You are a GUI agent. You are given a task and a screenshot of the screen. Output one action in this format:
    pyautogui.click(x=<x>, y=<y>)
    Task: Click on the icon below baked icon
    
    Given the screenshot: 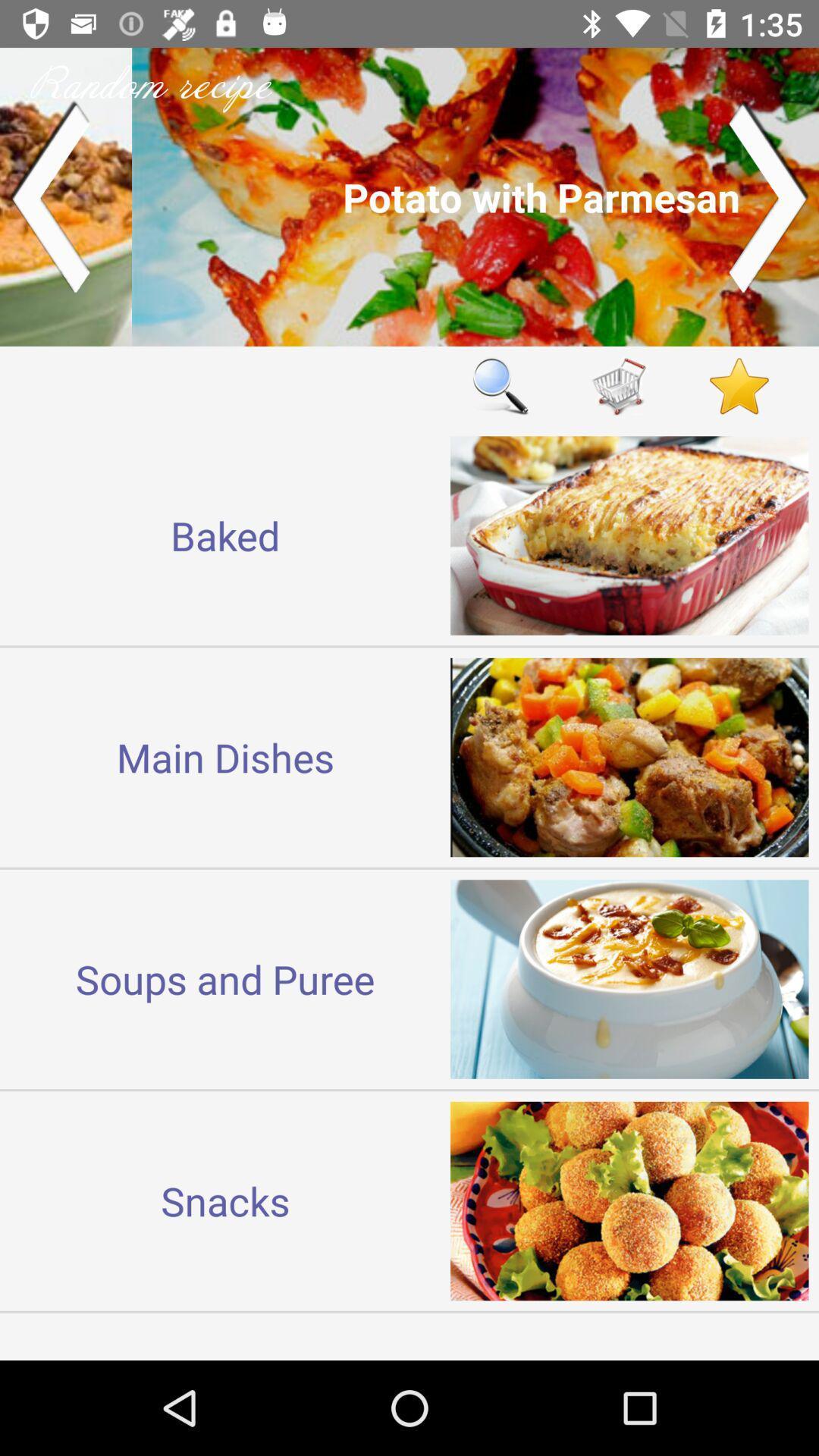 What is the action you would take?
    pyautogui.click(x=225, y=757)
    